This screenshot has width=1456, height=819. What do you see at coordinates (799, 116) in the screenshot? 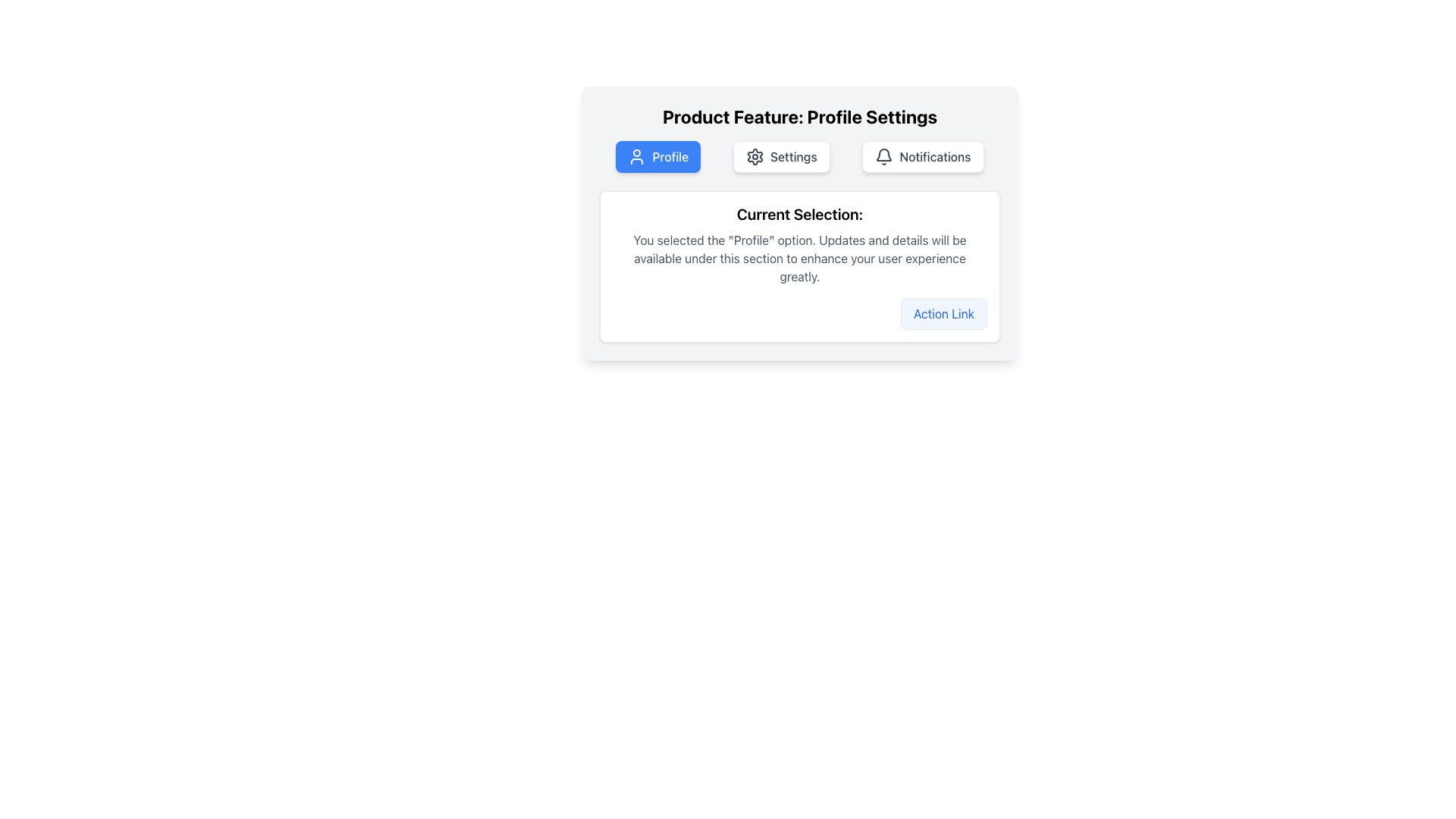
I see `the Text Display element that serves as the heading for 'Product Feature: Profile Settings', which is positioned at the top of the component and is centered horizontally` at bounding box center [799, 116].